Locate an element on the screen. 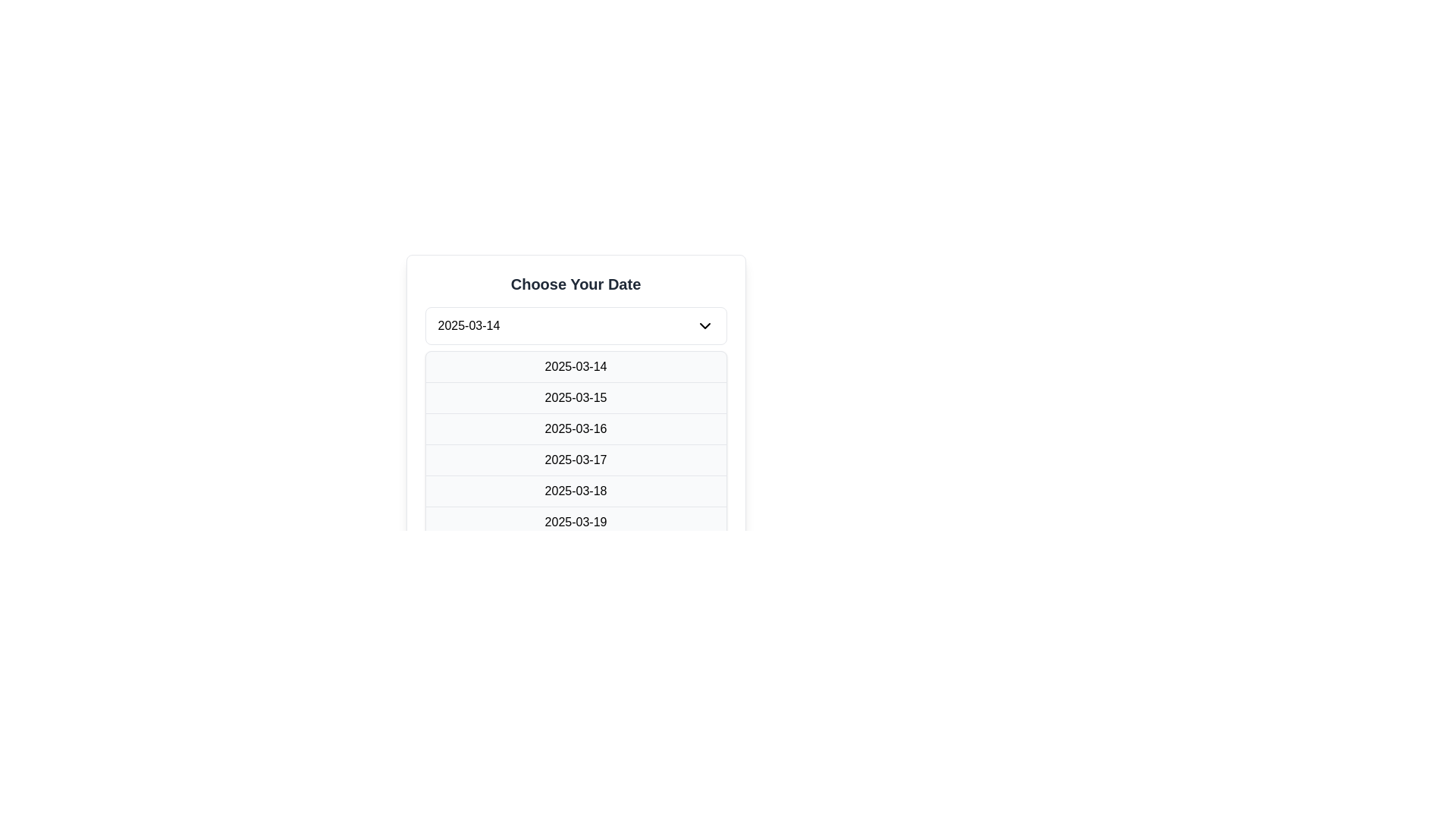  the list item displaying the date '2025-03-17' is located at coordinates (575, 459).